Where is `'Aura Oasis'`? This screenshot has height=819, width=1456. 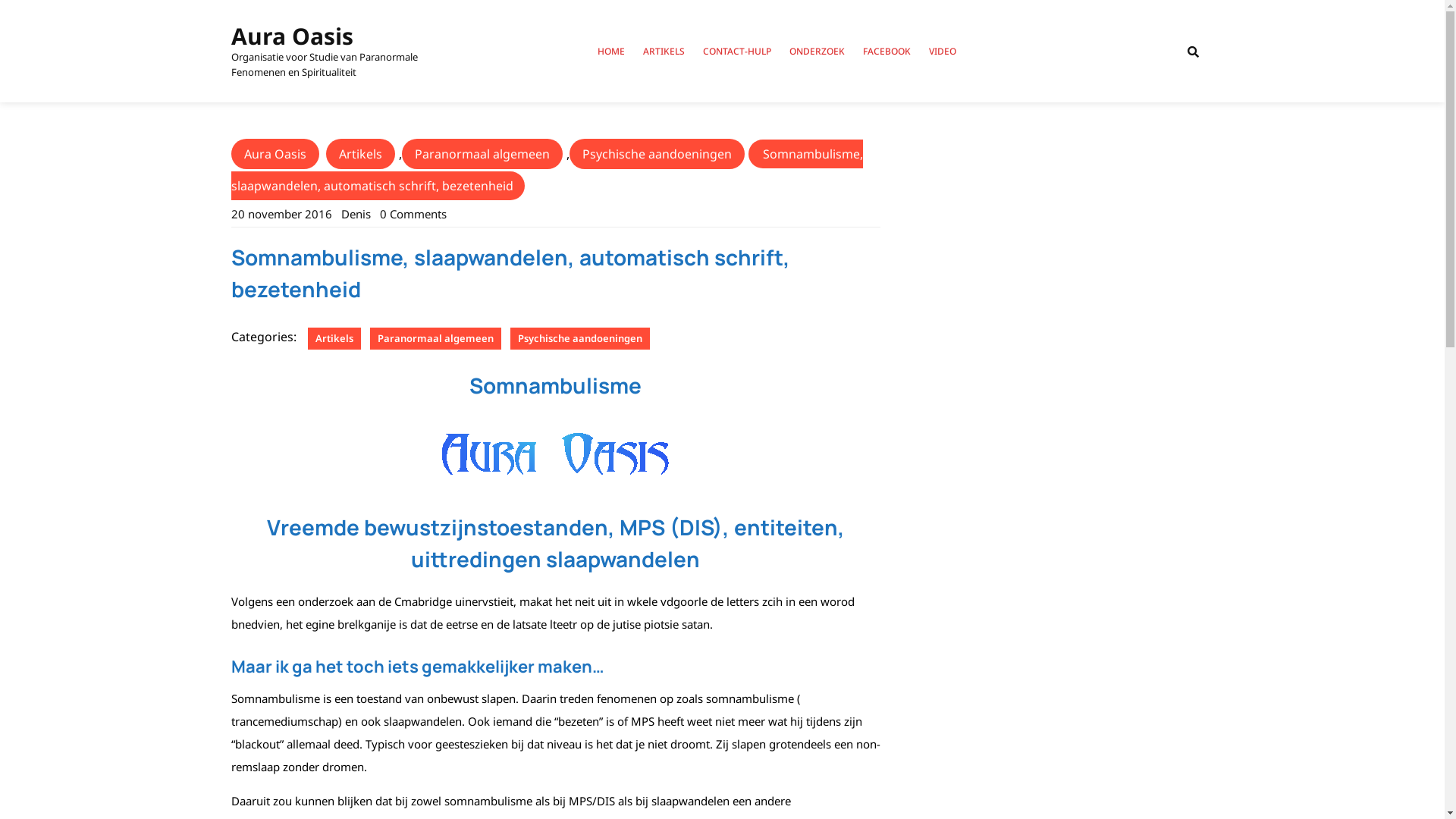
'Aura Oasis' is located at coordinates (229, 35).